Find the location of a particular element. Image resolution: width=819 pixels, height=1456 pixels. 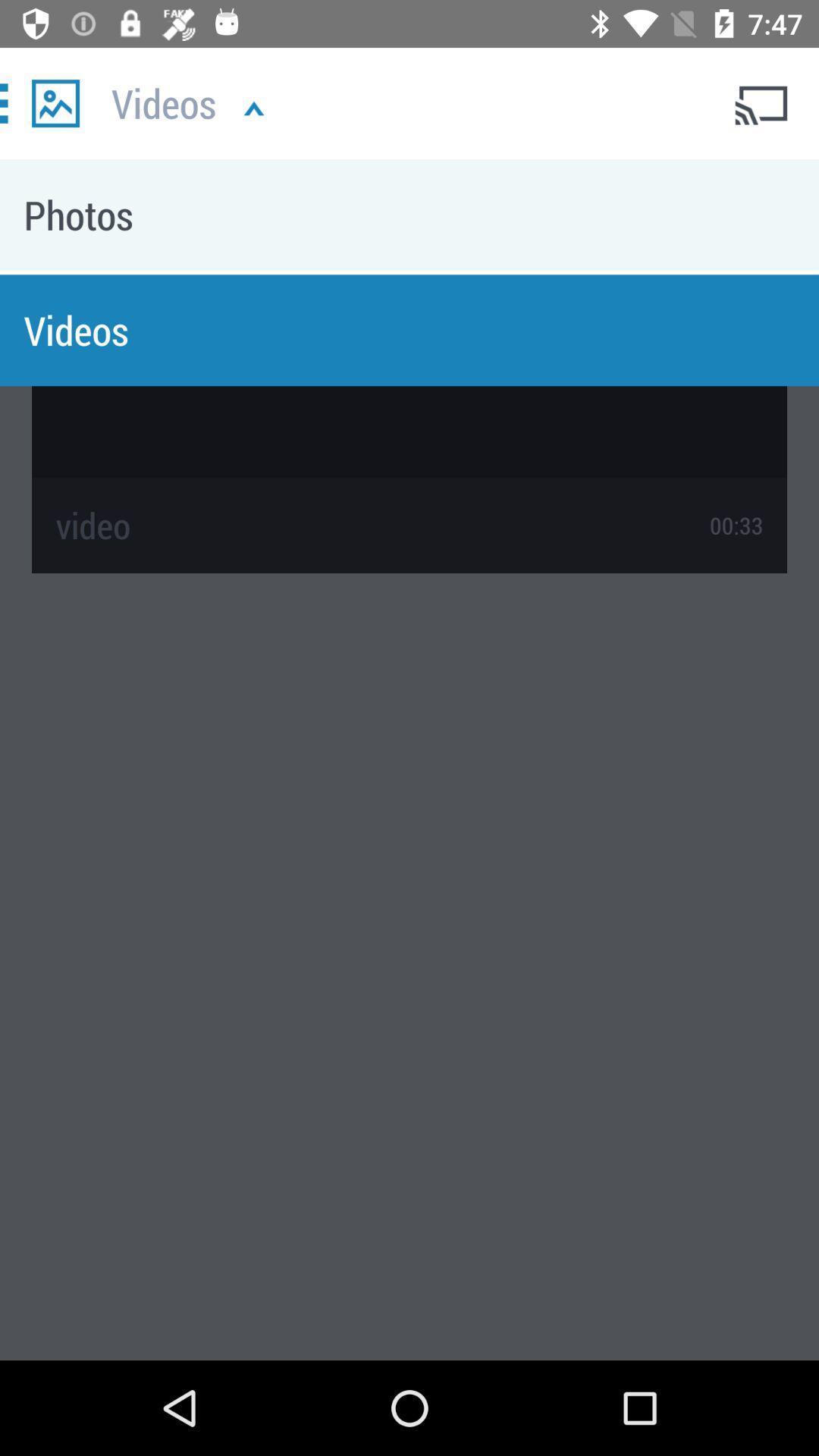

the wallpaper icon is located at coordinates (55, 102).